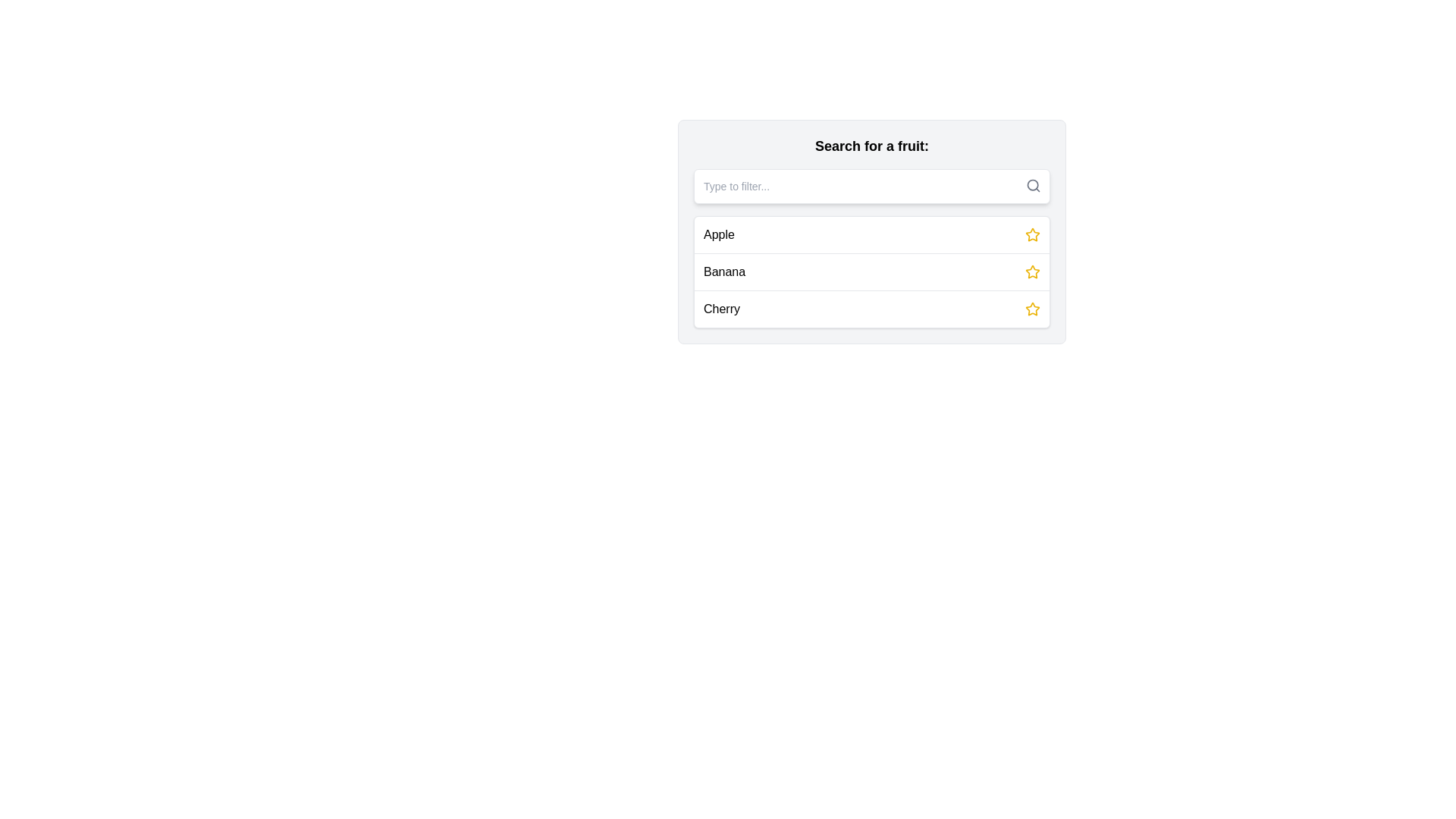 The width and height of the screenshot is (1456, 819). What do you see at coordinates (1031, 271) in the screenshot?
I see `the second star-shaped icon with a yellow border, located to the right of the 'Banana' label` at bounding box center [1031, 271].